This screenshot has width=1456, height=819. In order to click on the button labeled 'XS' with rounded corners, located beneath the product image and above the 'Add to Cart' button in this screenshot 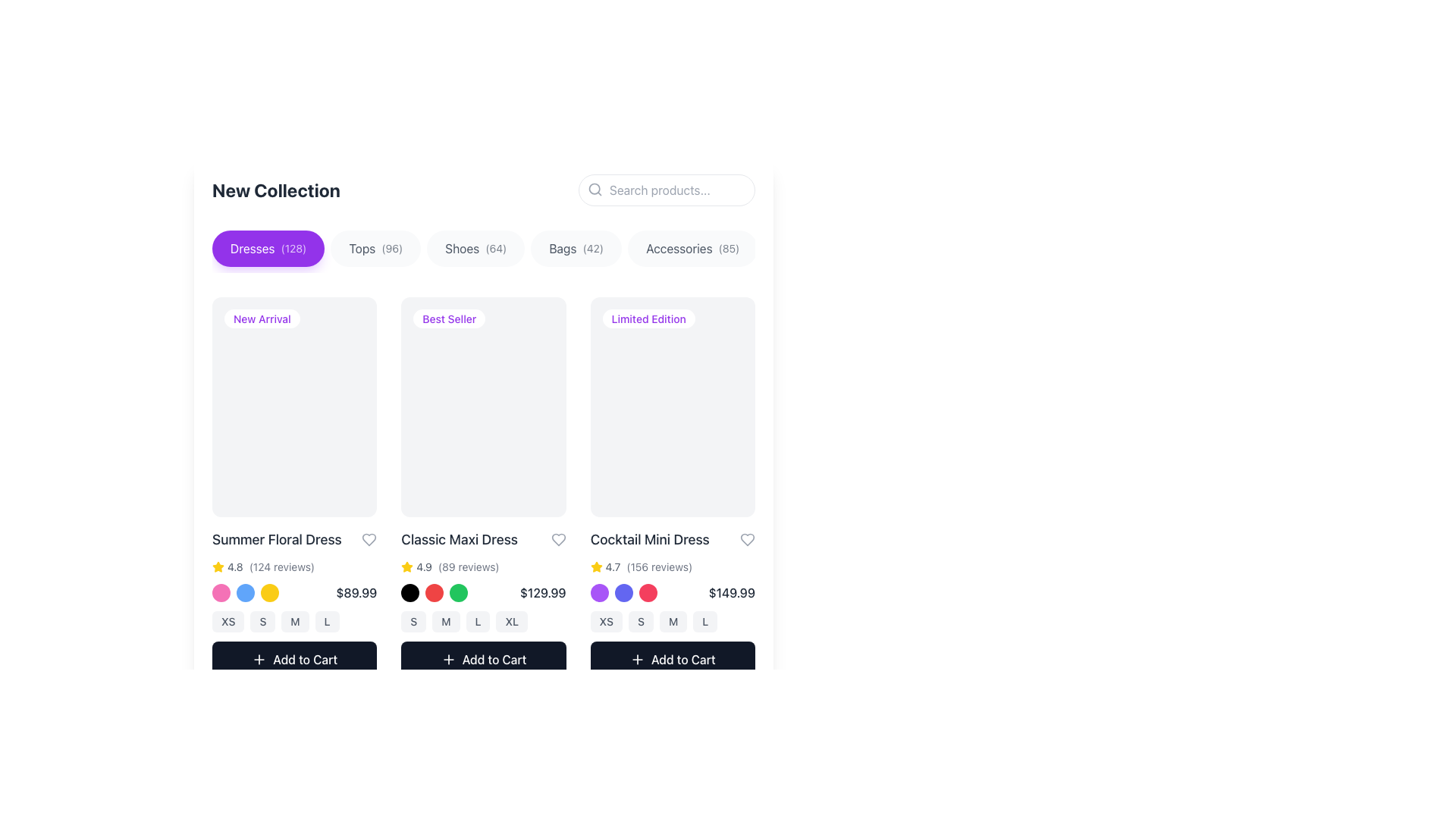, I will do `click(605, 621)`.